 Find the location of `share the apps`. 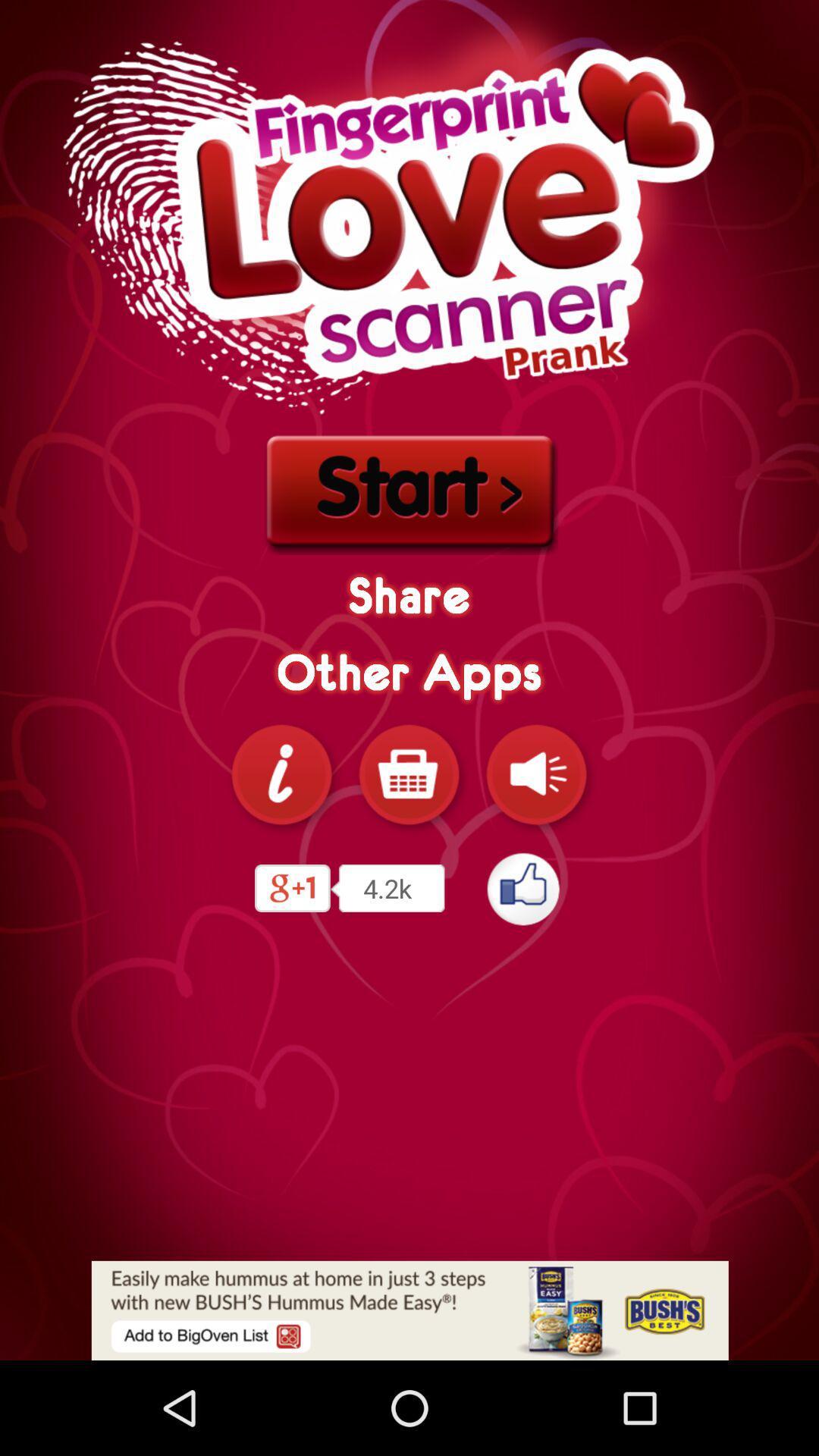

share the apps is located at coordinates (281, 774).